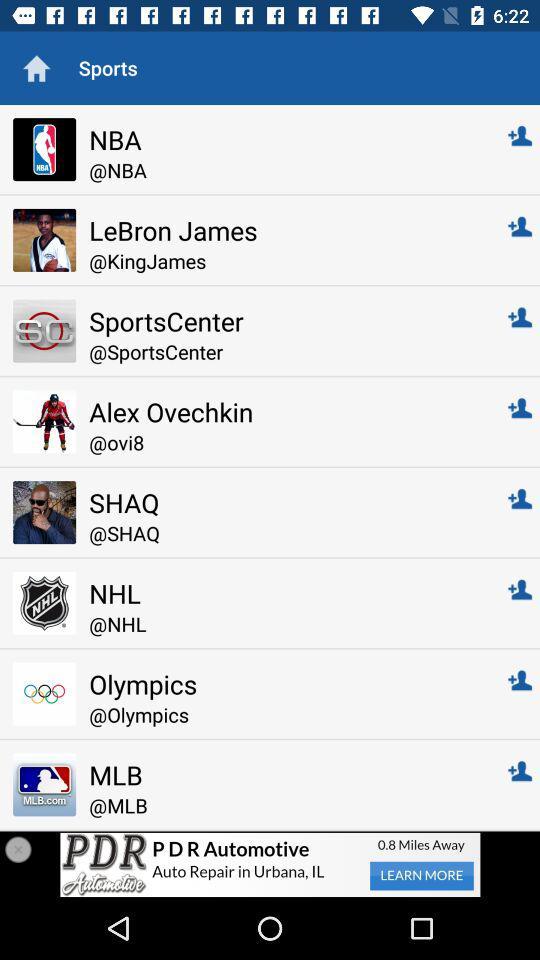 Image resolution: width=540 pixels, height=960 pixels. What do you see at coordinates (36, 68) in the screenshot?
I see `the icon next to sports` at bounding box center [36, 68].